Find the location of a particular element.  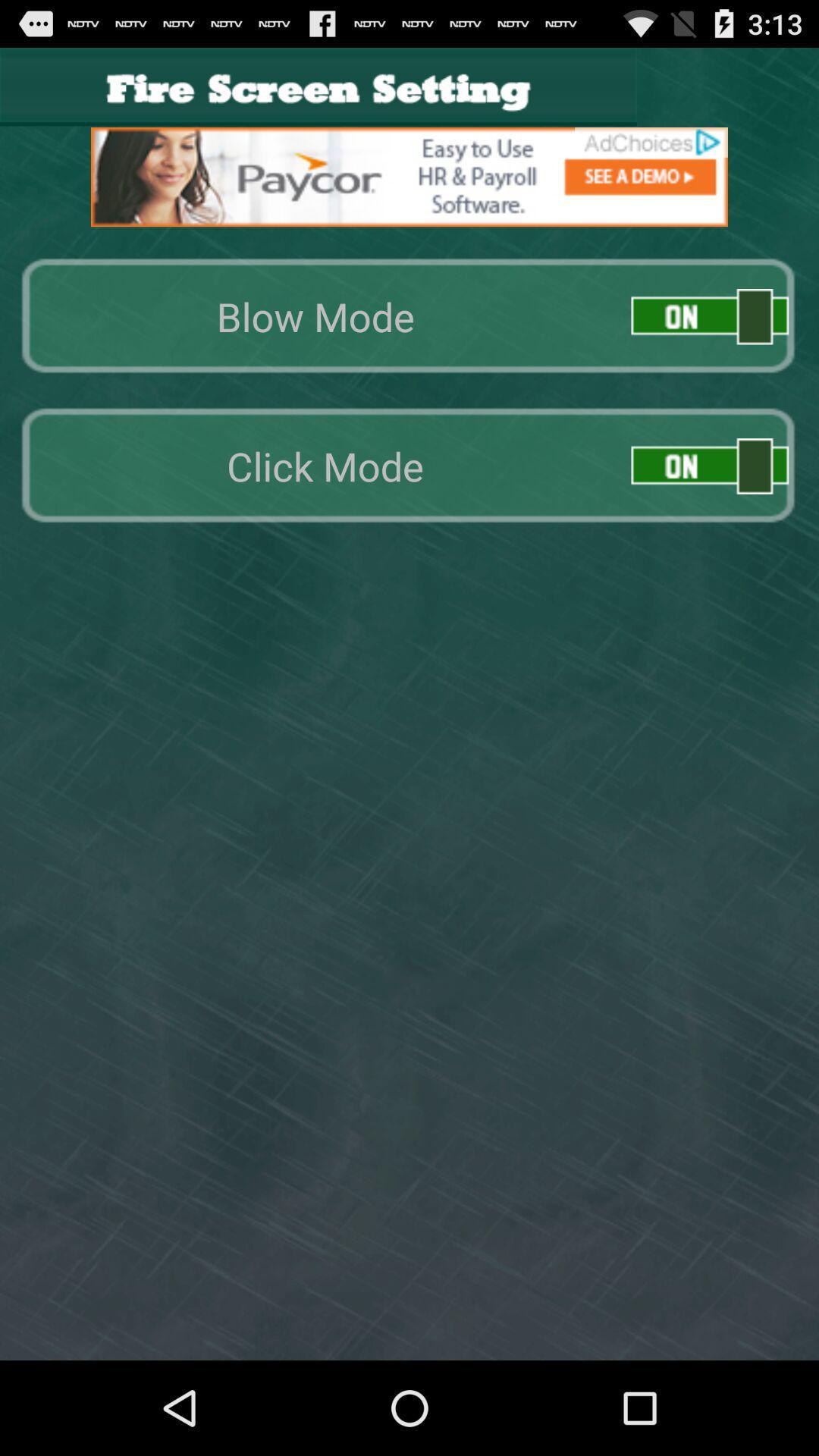

enable blow mode option is located at coordinates (710, 315).